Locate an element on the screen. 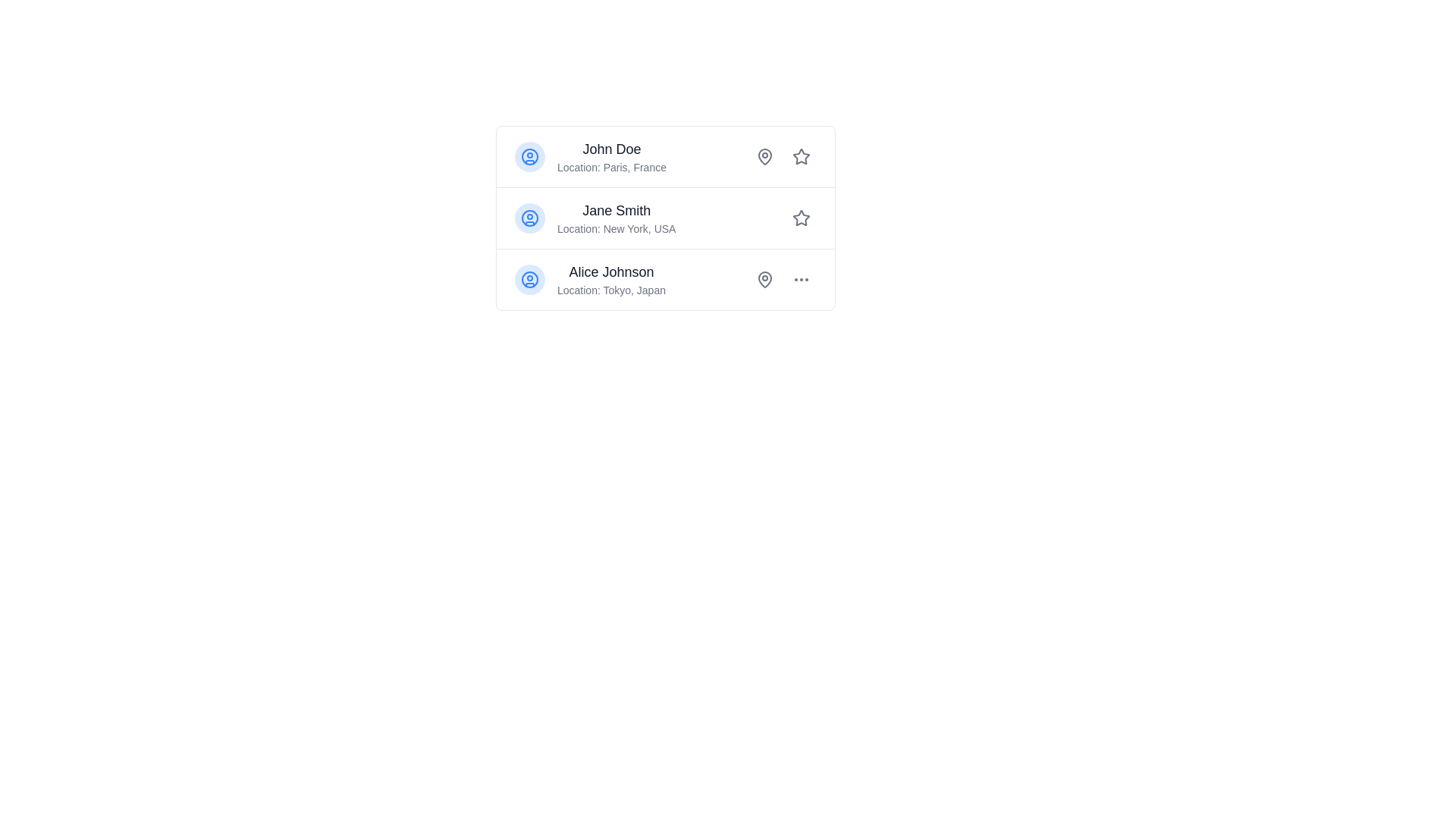 Image resolution: width=1456 pixels, height=819 pixels. the user profile icon for 'John Doe', which is the first icon in the list, located within a rounded, light-blue background is located at coordinates (530, 157).